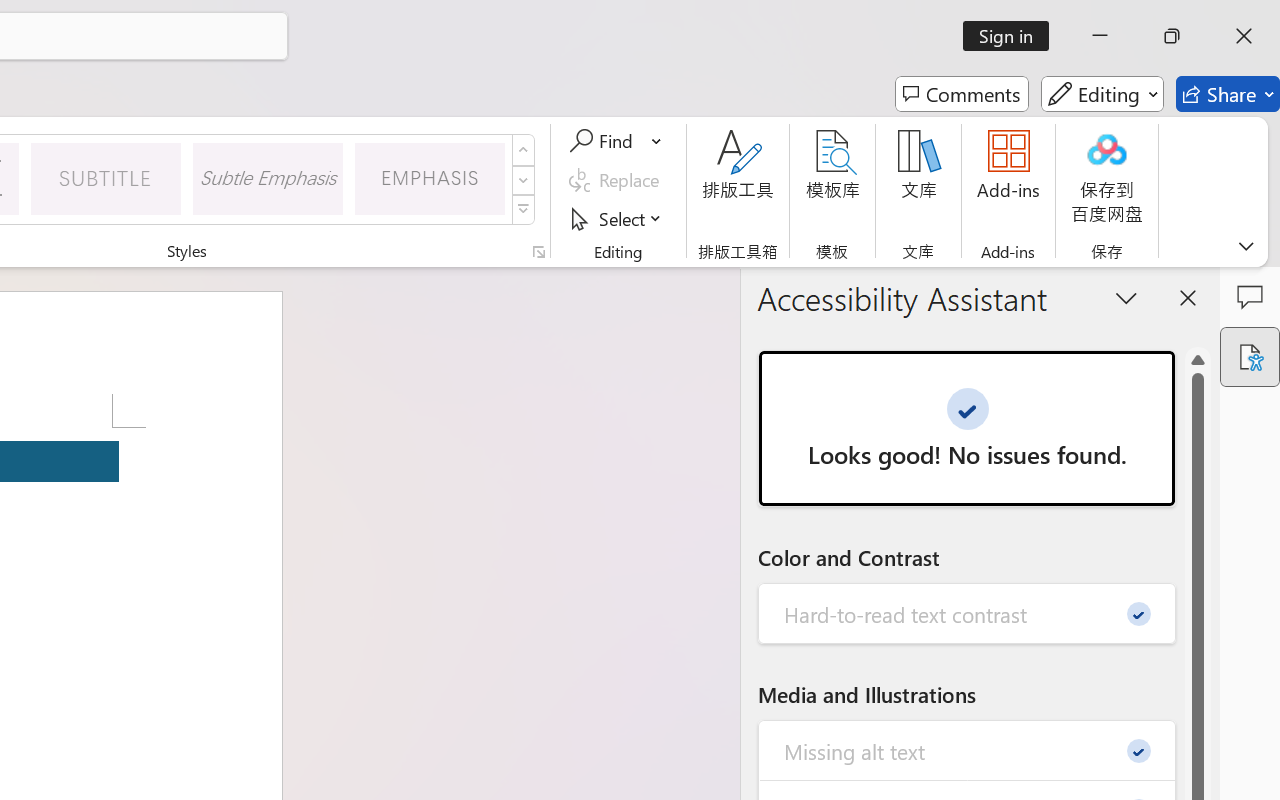 This screenshot has height=800, width=1280. Describe the element at coordinates (267, 177) in the screenshot. I see `'Subtle Emphasis'` at that location.